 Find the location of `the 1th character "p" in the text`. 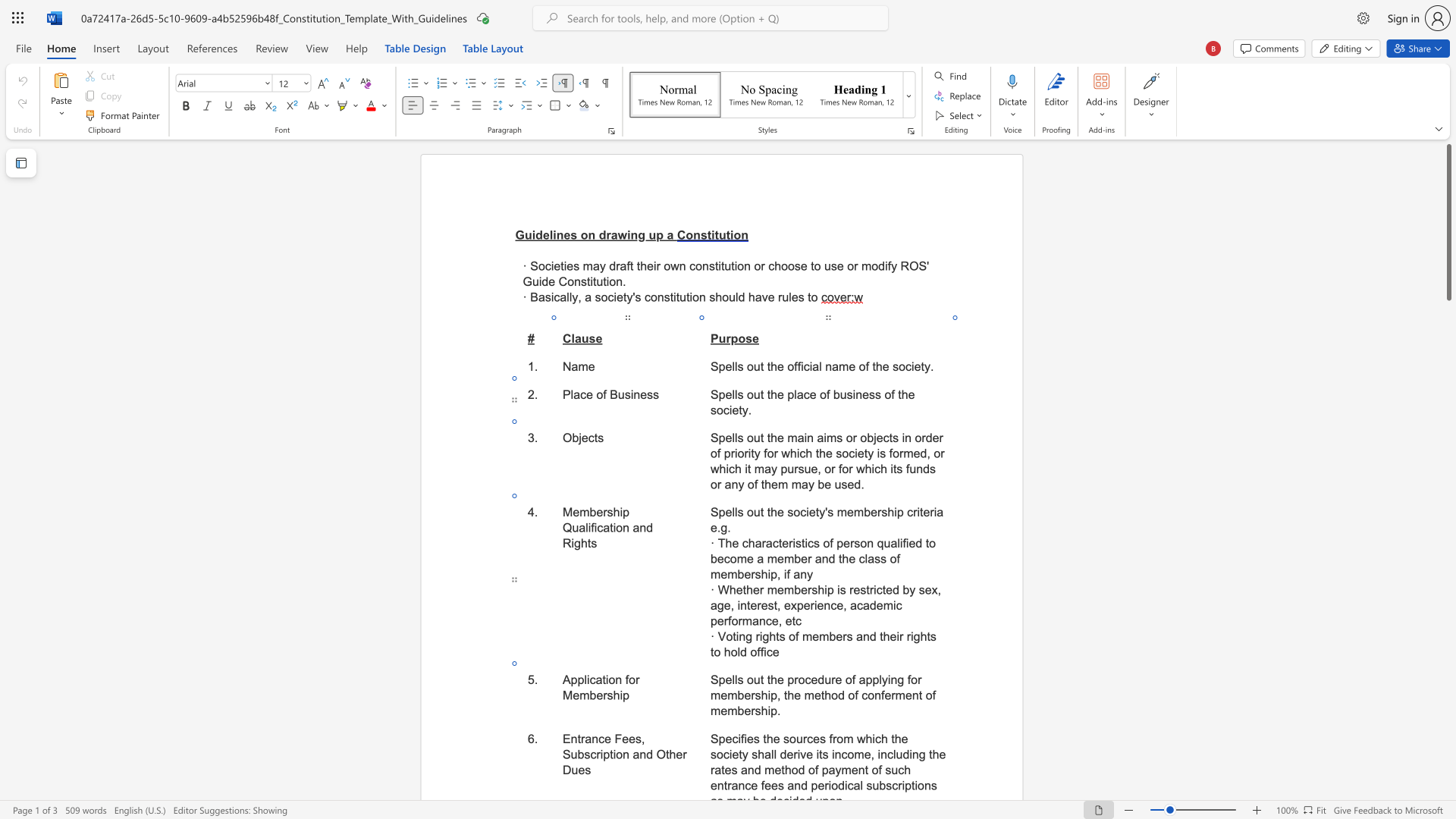

the 1th character "p" in the text is located at coordinates (721, 679).